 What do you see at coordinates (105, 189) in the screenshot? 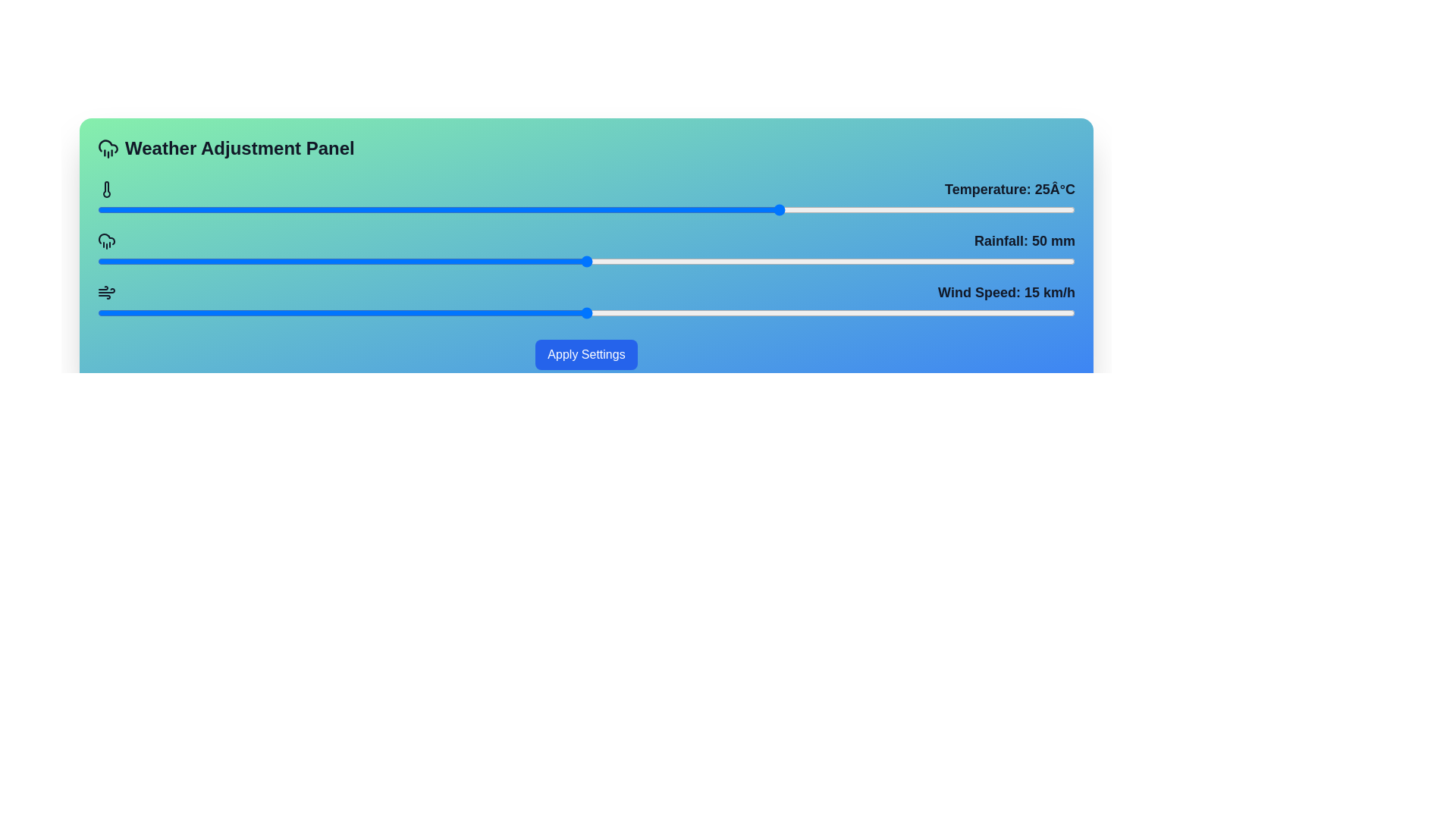
I see `the thermometer icon representing temperature data, which is located to the immediate left of the displayed temperature value 'Temperature: 25°C'` at bounding box center [105, 189].